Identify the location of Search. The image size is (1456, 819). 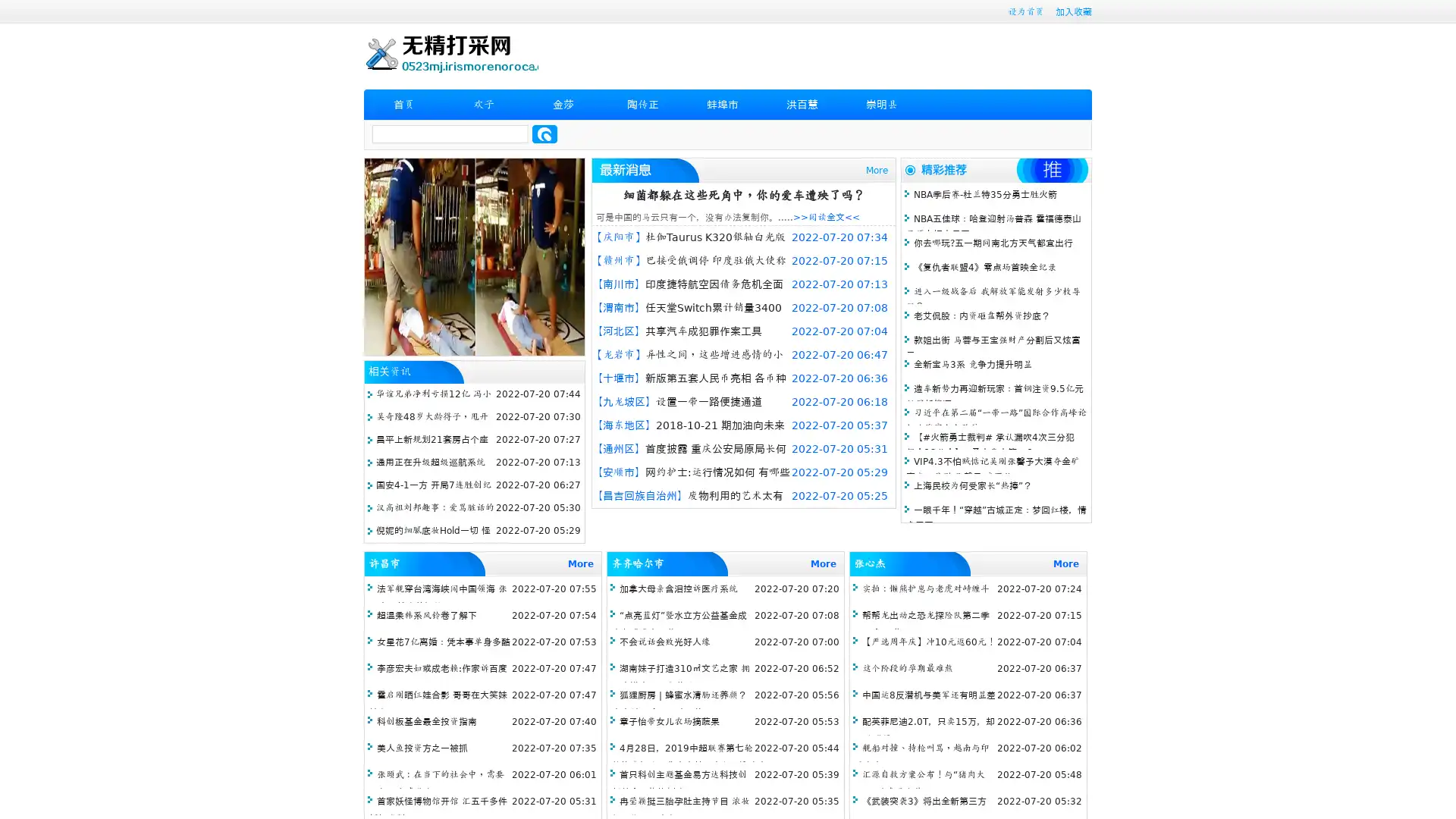
(544, 133).